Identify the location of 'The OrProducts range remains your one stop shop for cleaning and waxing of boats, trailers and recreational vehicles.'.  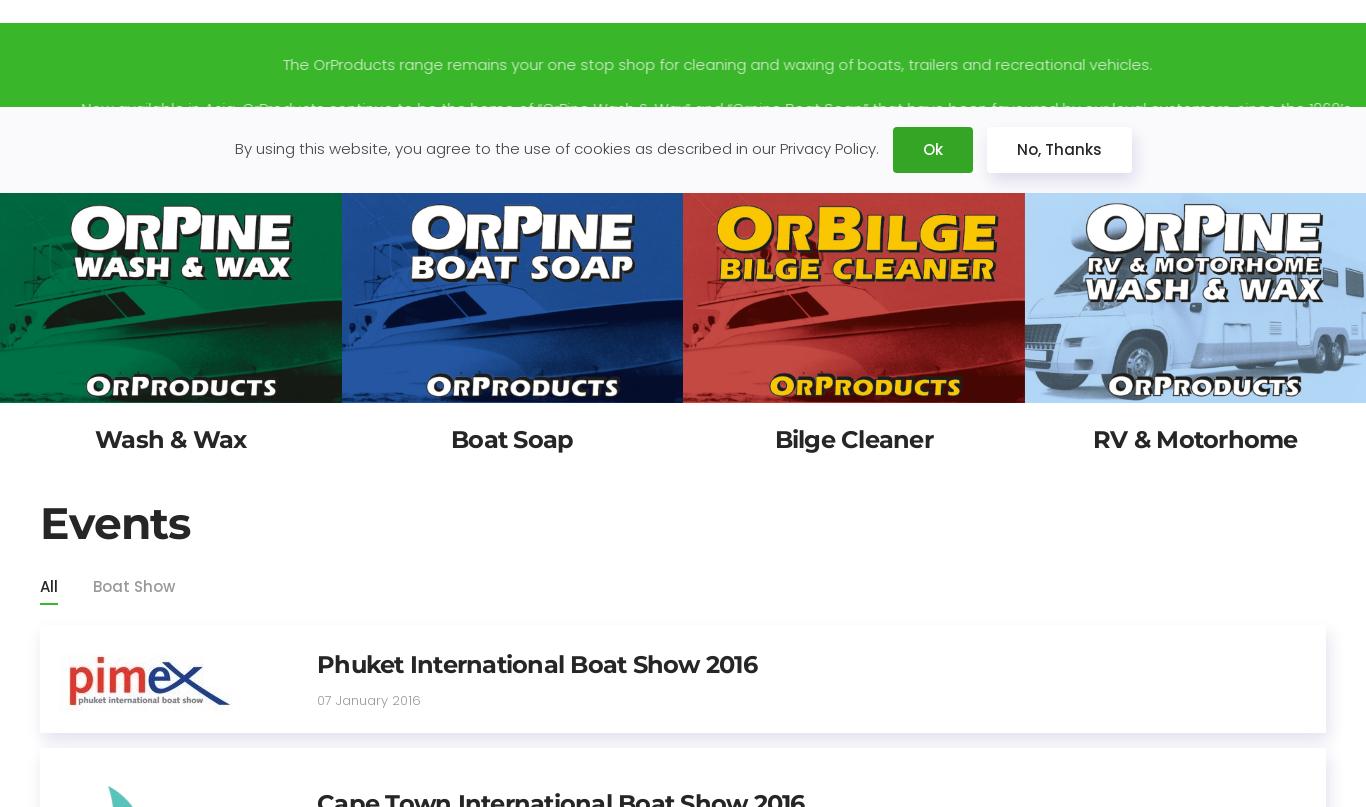
(681, 64).